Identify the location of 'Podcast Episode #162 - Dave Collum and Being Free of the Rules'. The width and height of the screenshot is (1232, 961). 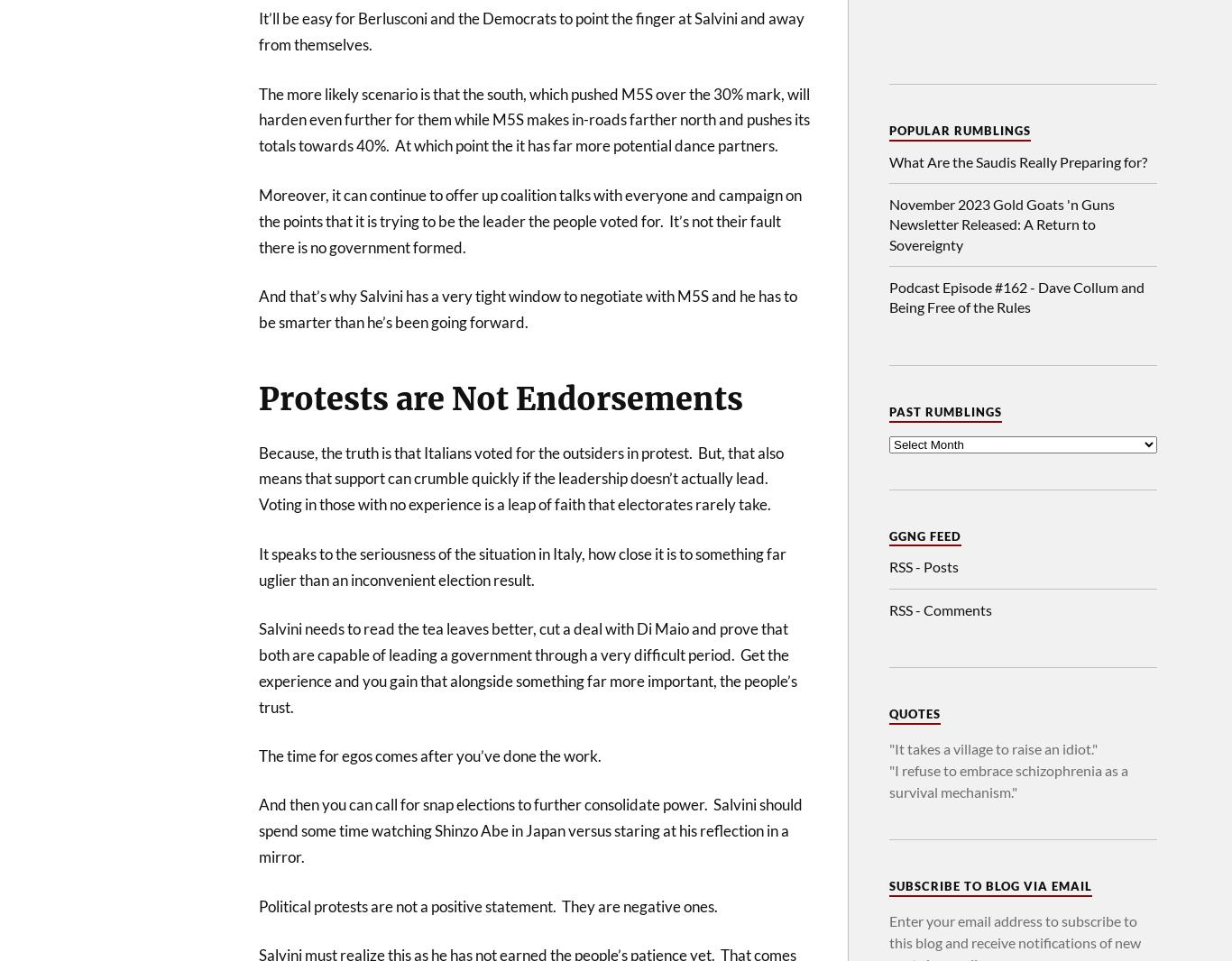
(1016, 297).